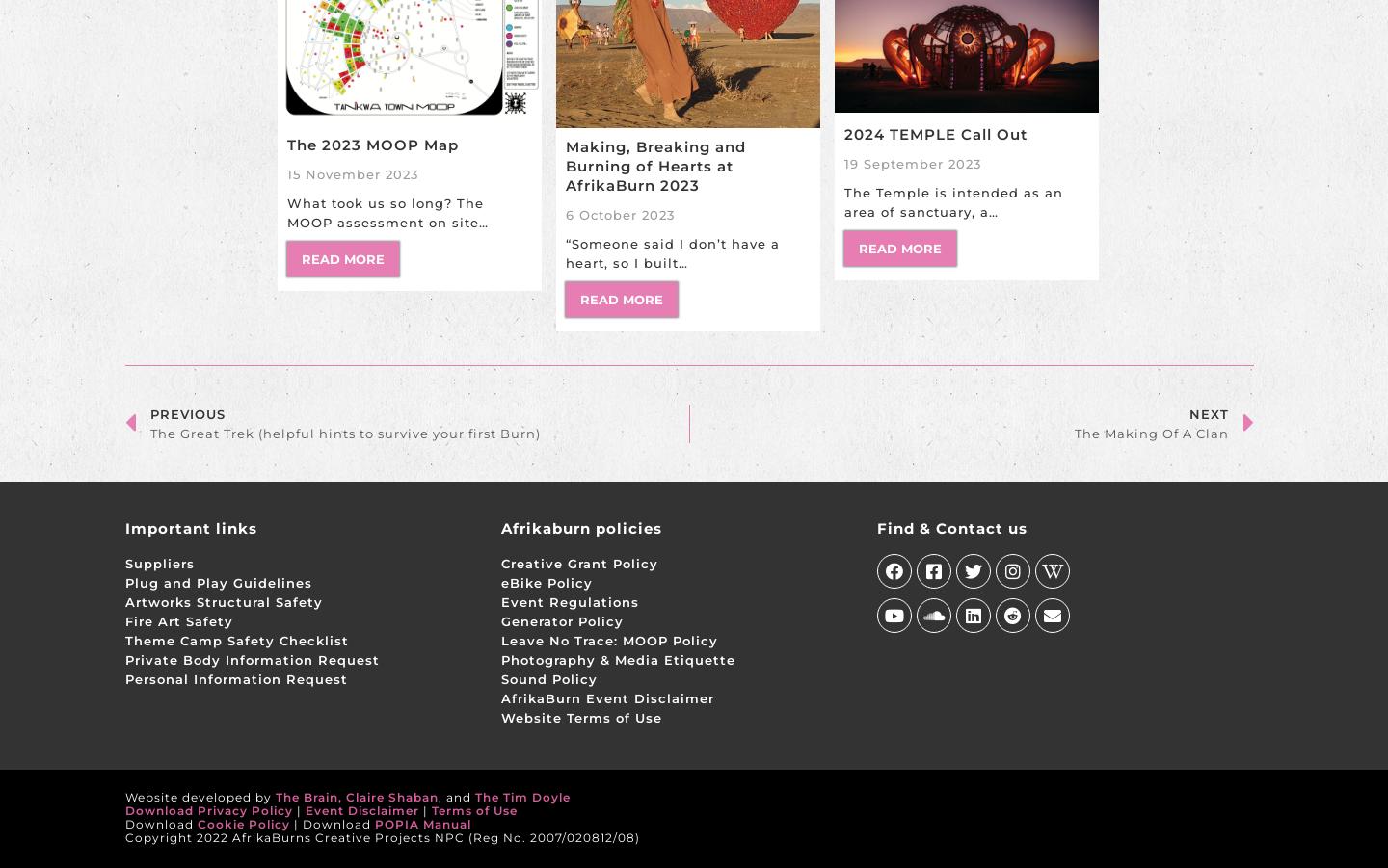 The image size is (1388, 868). Describe the element at coordinates (561, 620) in the screenshot. I see `'Generator Policy'` at that location.